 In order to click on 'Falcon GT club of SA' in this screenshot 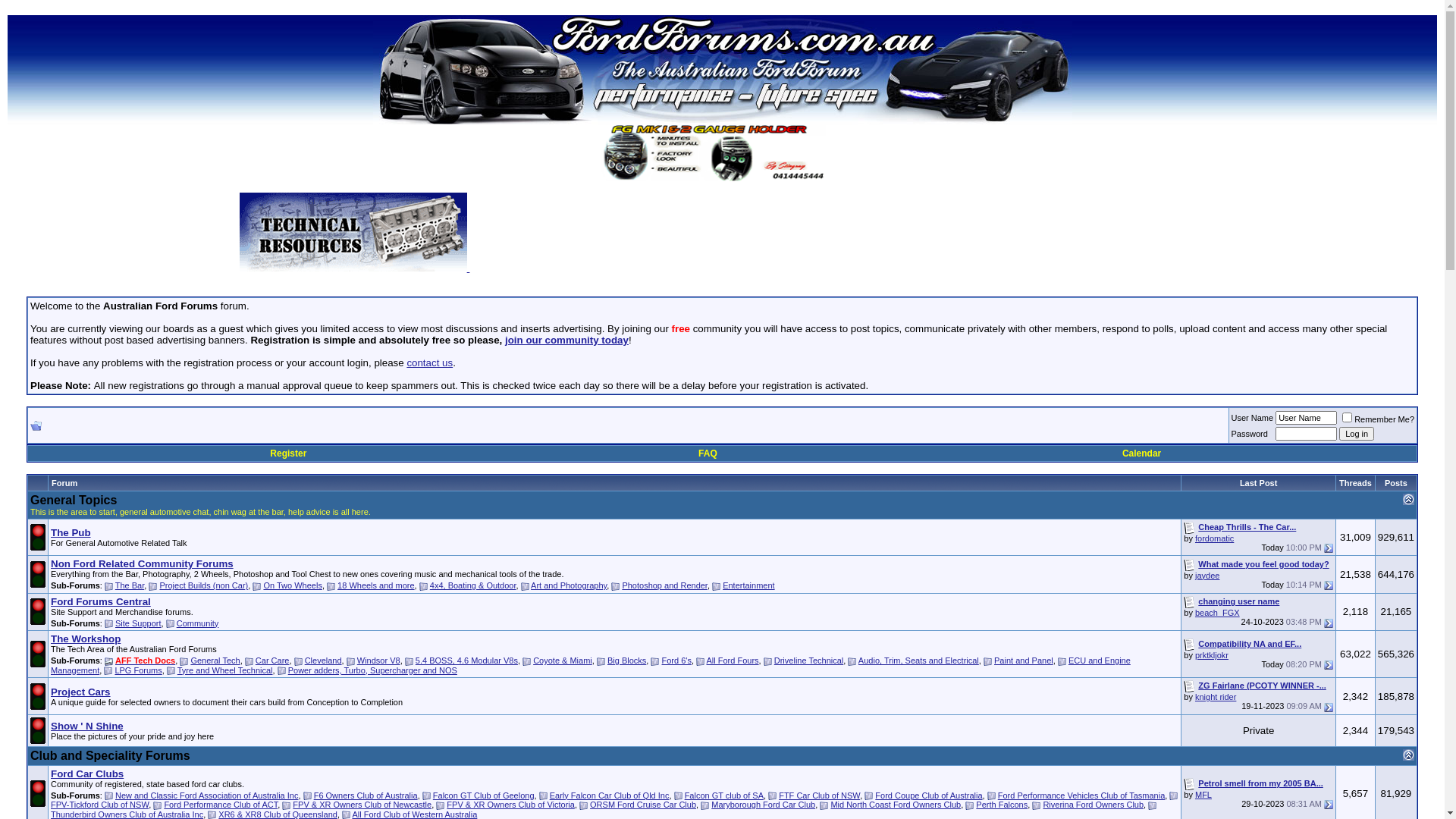, I will do `click(723, 795)`.